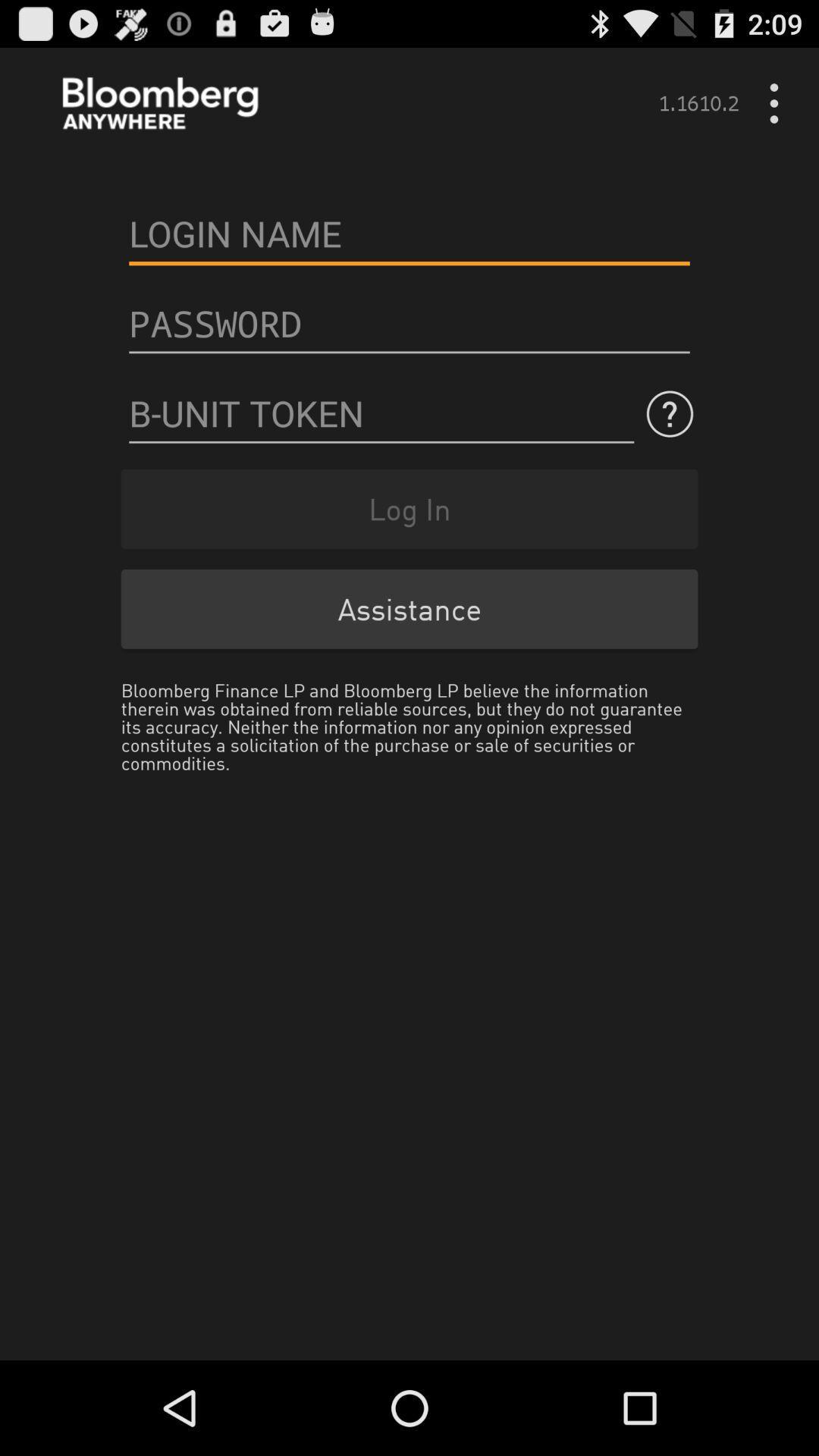  Describe the element at coordinates (381, 414) in the screenshot. I see `questions` at that location.